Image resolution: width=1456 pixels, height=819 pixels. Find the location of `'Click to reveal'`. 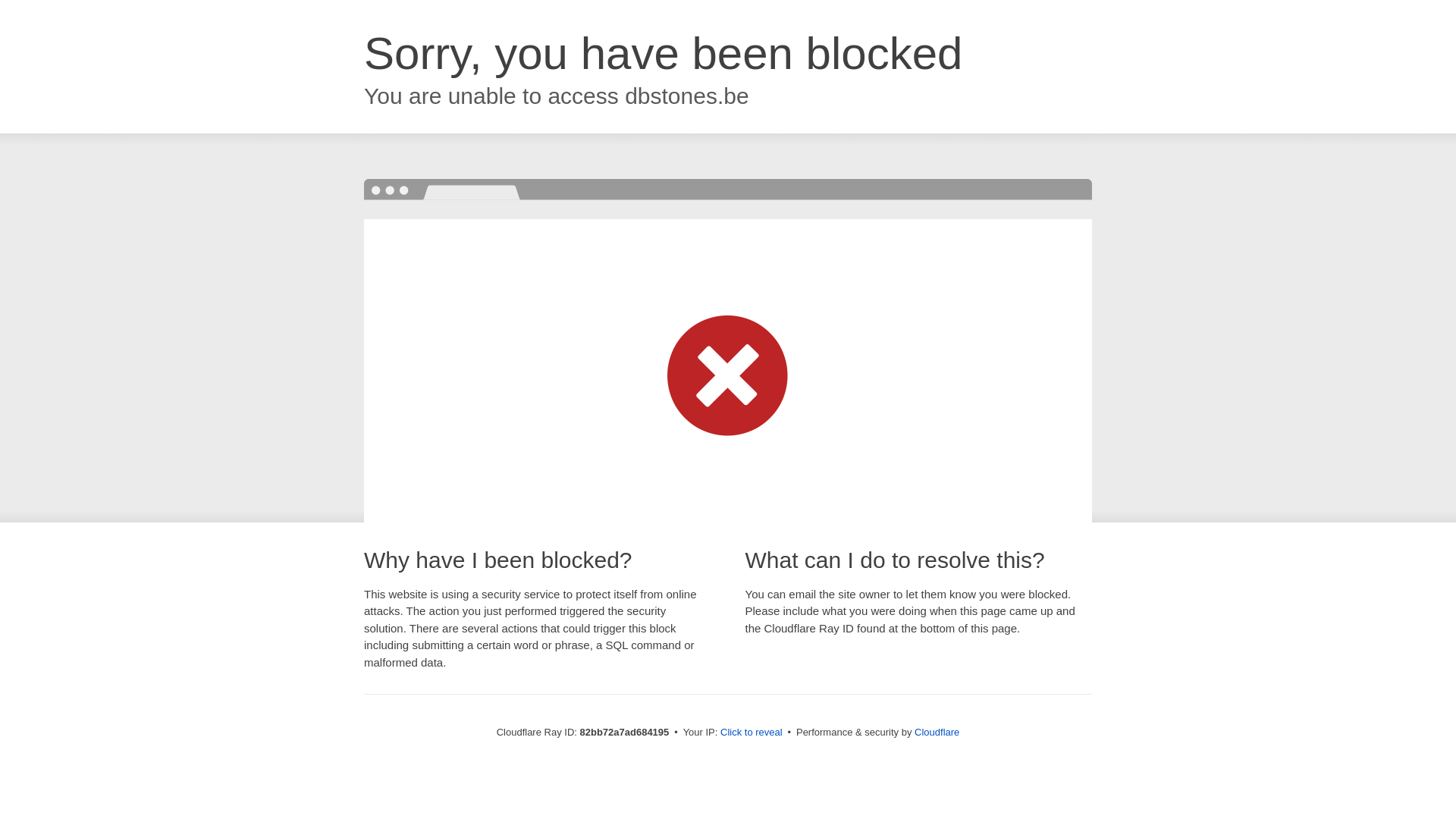

'Click to reveal' is located at coordinates (751, 731).